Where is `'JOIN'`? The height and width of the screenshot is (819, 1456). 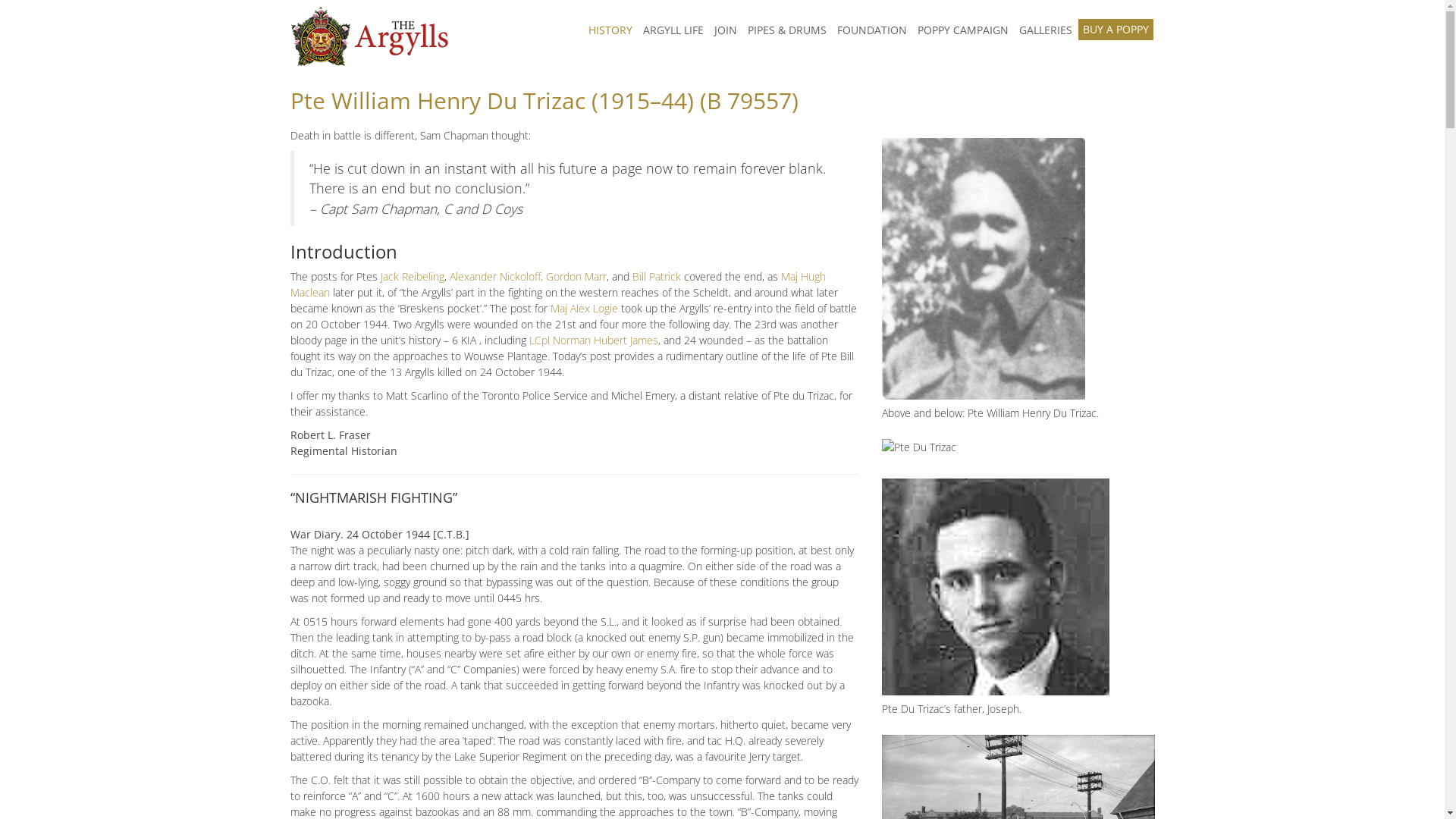
'JOIN' is located at coordinates (708, 30).